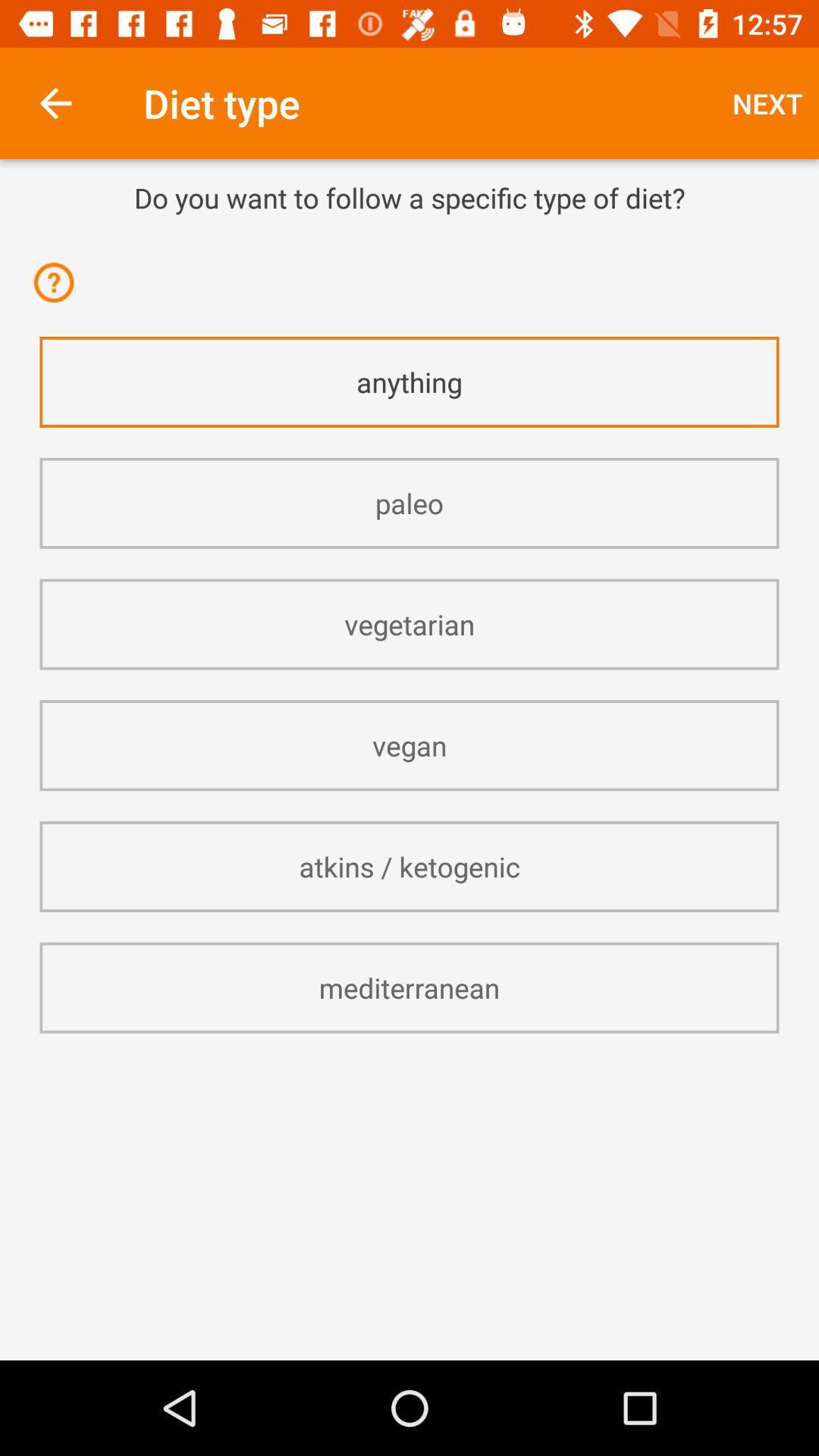  What do you see at coordinates (55, 102) in the screenshot?
I see `item to the left of the diet type item` at bounding box center [55, 102].